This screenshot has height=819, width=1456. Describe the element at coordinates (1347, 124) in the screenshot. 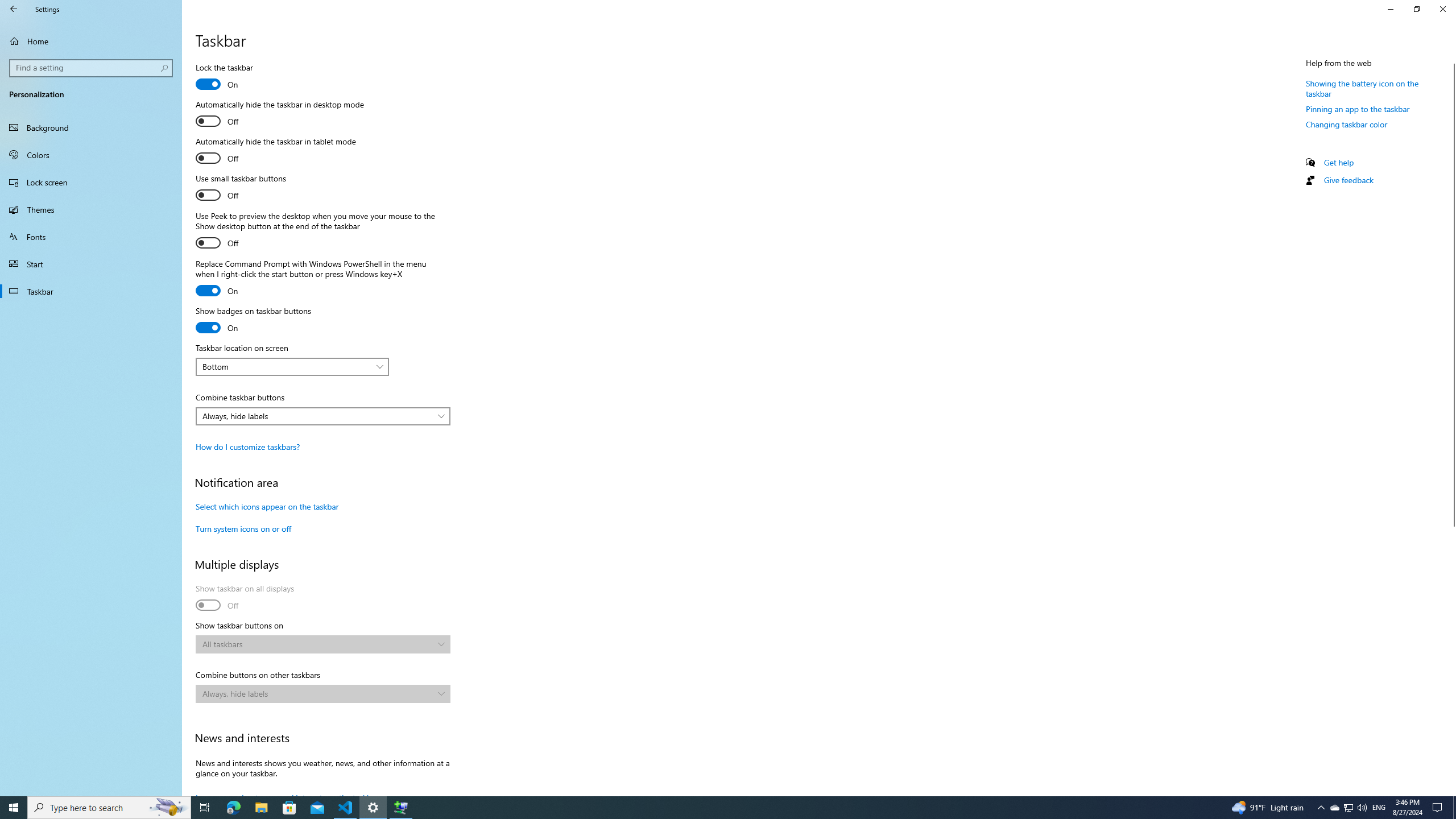

I see `'Changing taskbar color'` at that location.